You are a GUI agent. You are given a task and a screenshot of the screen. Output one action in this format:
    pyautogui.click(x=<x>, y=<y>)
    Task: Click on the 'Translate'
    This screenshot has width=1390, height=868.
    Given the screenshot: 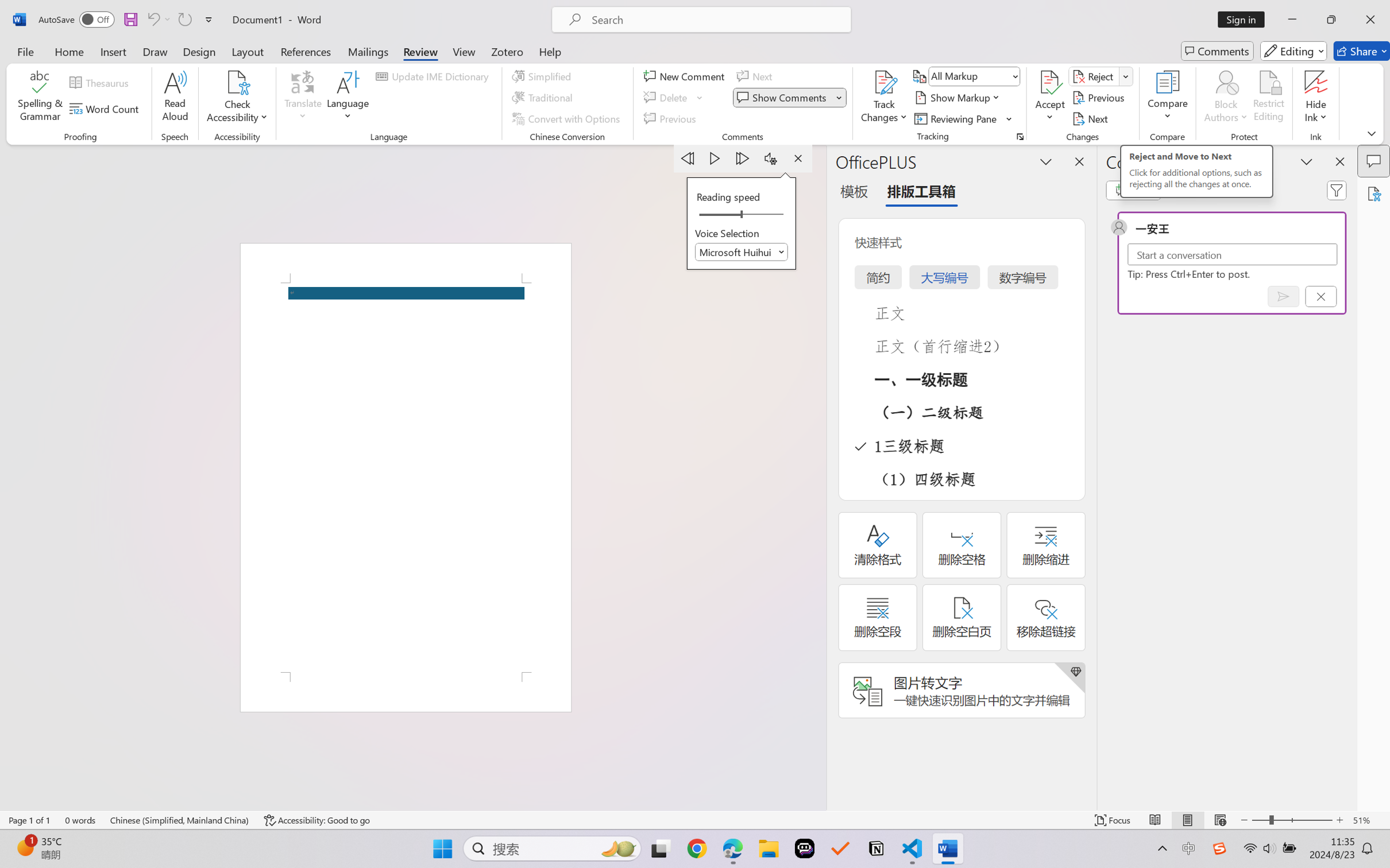 What is the action you would take?
    pyautogui.click(x=303, y=98)
    